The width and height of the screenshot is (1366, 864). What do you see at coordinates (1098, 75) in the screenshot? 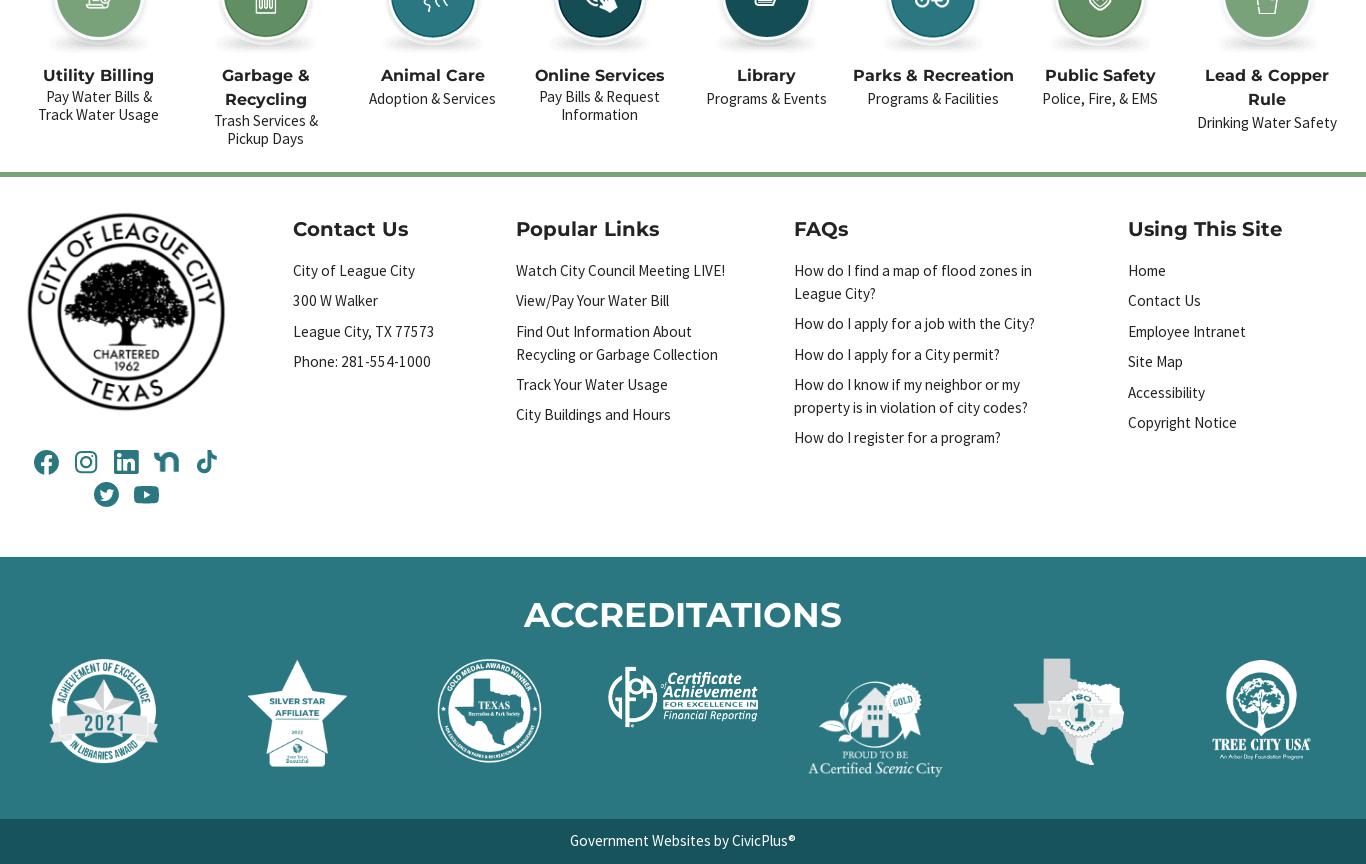
I see `'Public Safety'` at bounding box center [1098, 75].